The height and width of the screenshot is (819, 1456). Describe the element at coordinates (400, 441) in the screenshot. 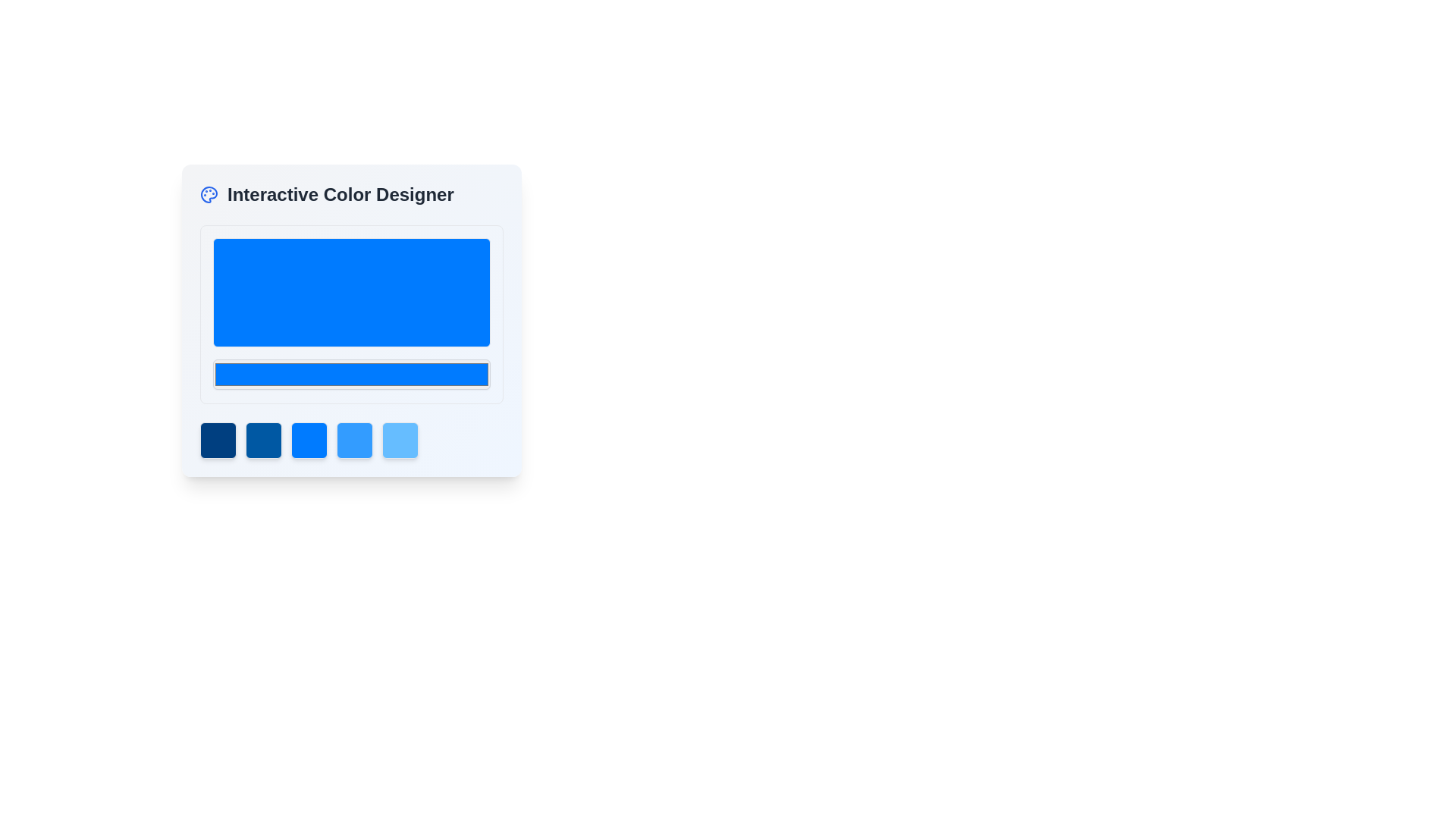

I see `the fifth selectable color option in the Interactive Color Designer section` at that location.